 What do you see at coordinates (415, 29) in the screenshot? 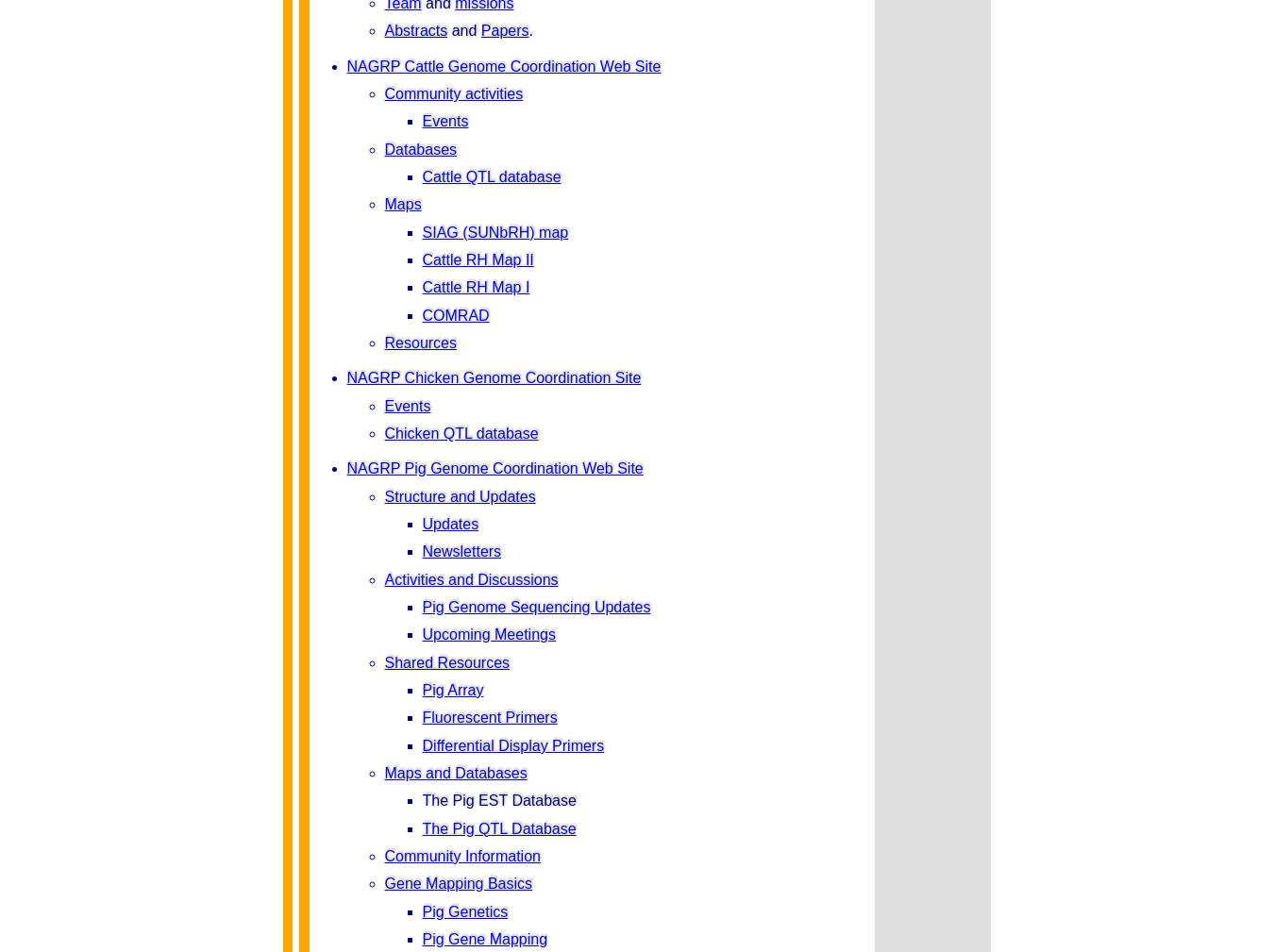
I see `'Abstracts'` at bounding box center [415, 29].